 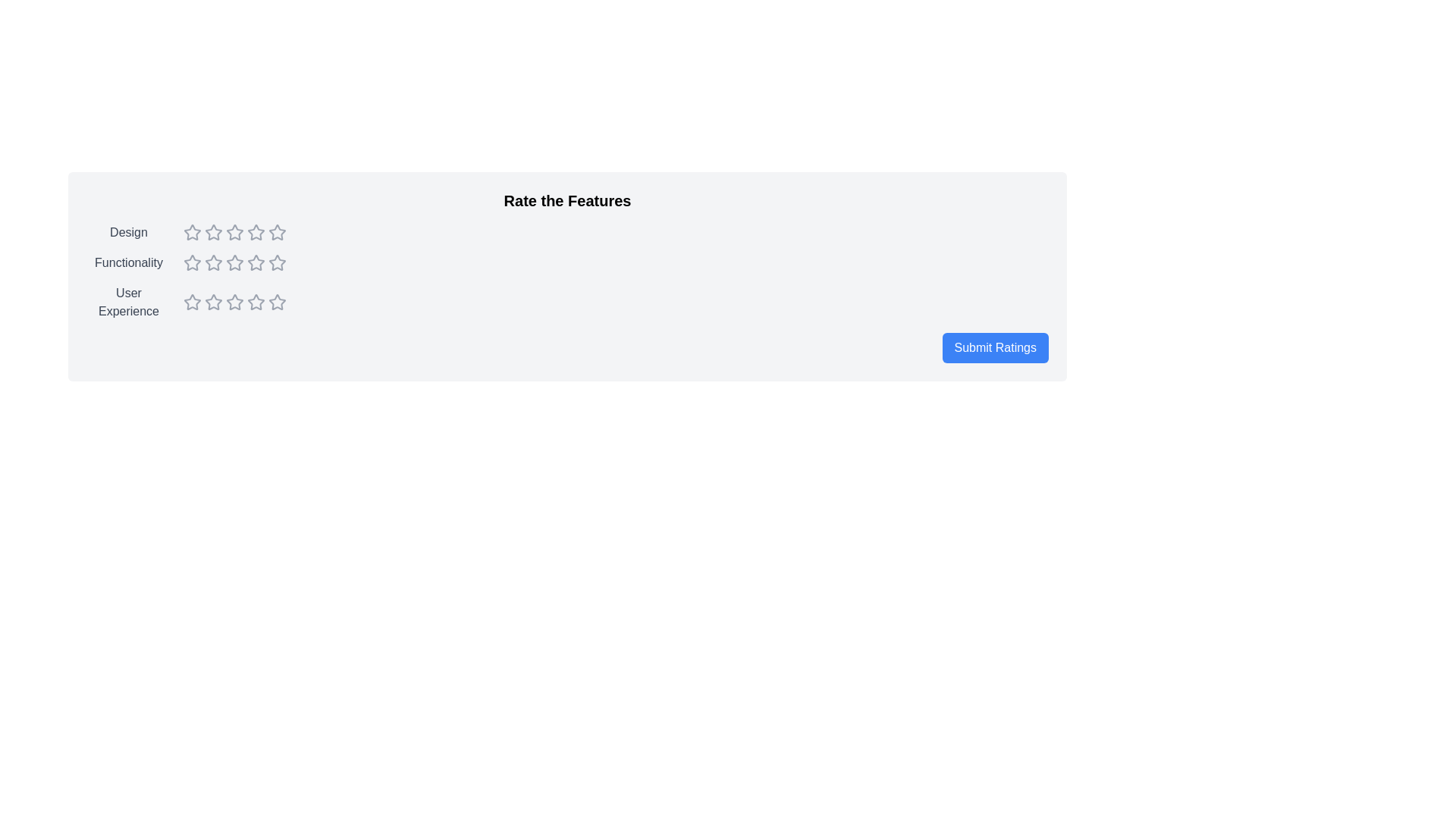 What do you see at coordinates (256, 262) in the screenshot?
I see `the third star icon from the left` at bounding box center [256, 262].